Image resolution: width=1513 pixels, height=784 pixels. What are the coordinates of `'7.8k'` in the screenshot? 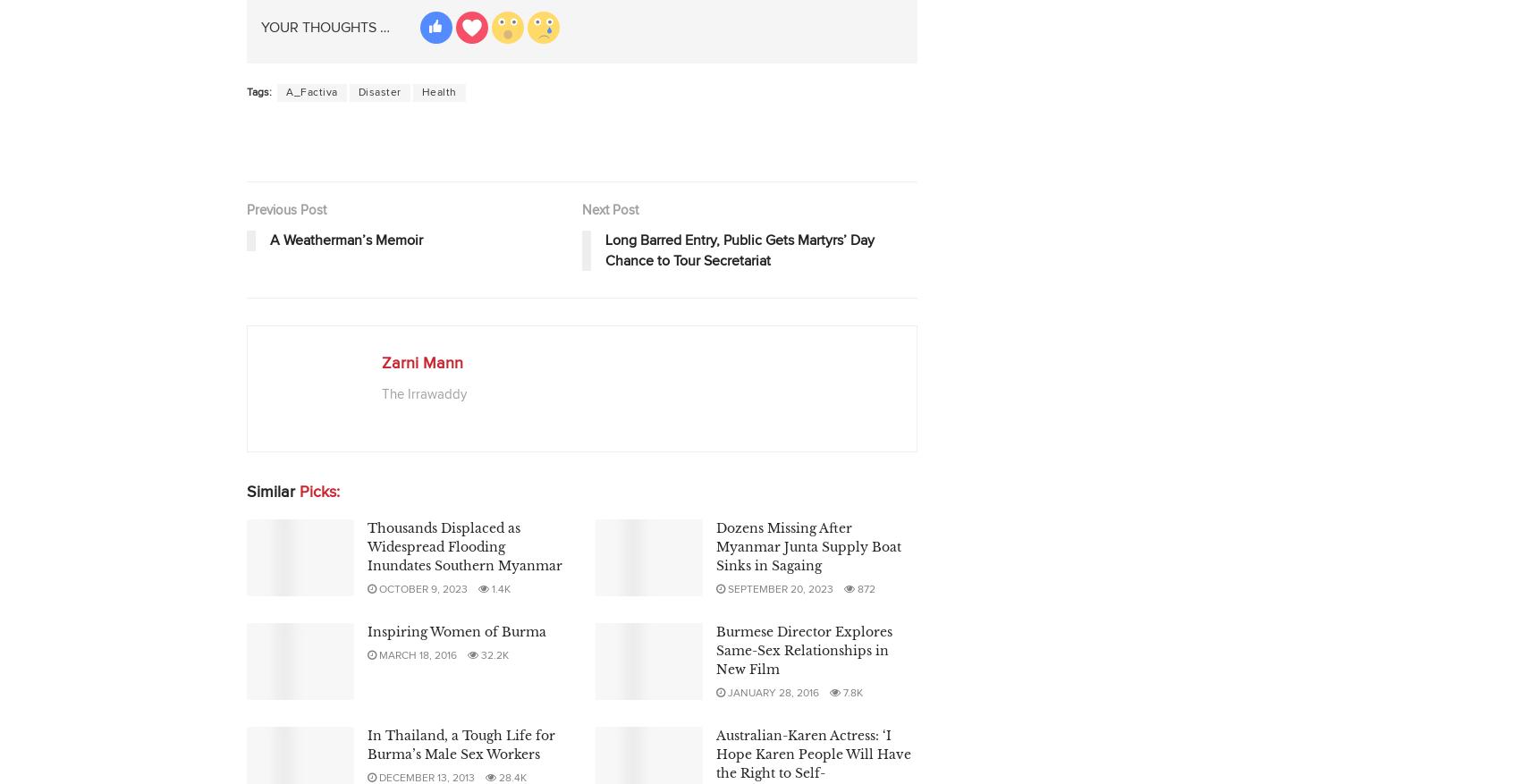 It's located at (851, 693).